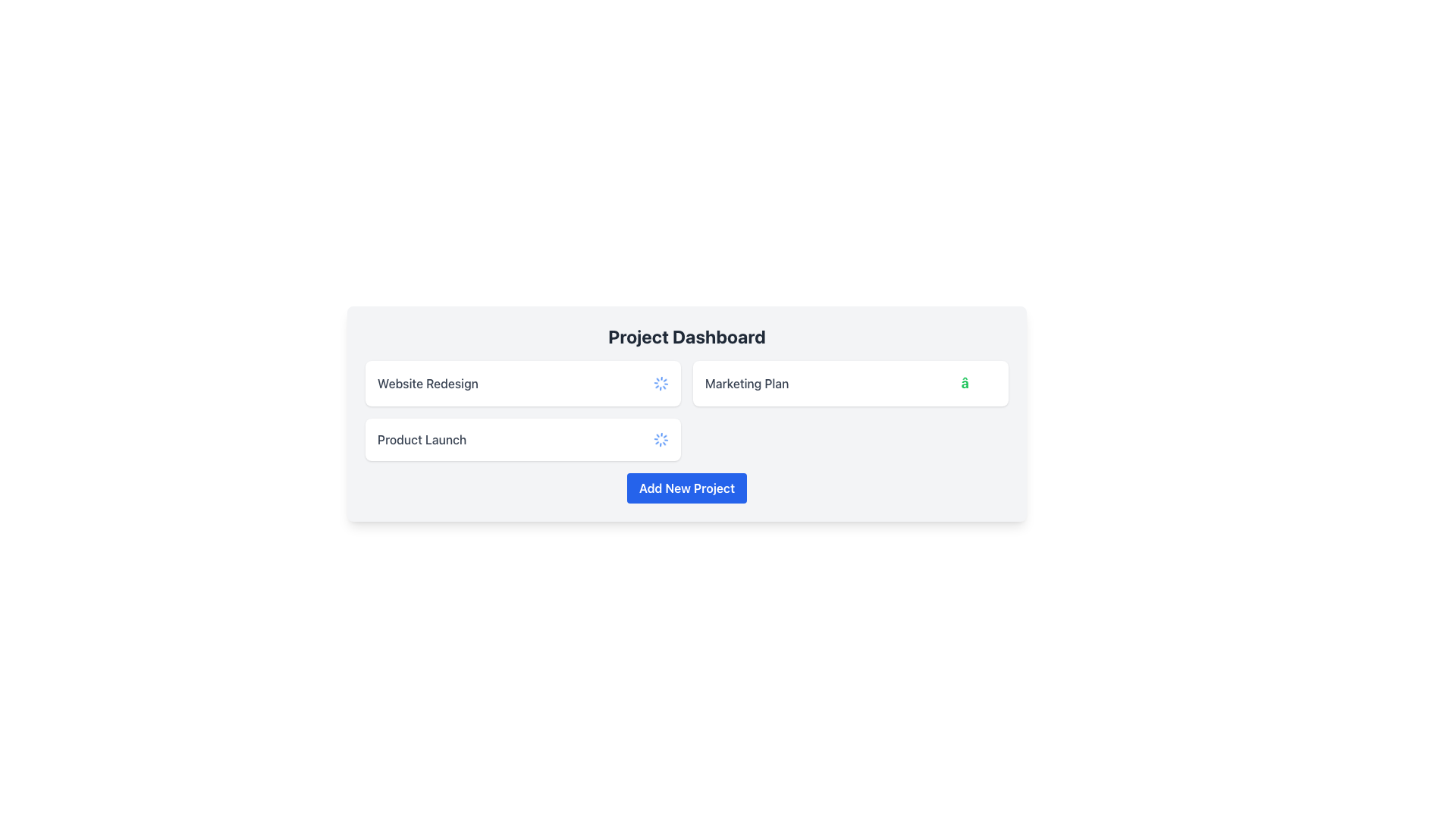 The image size is (1456, 819). Describe the element at coordinates (661, 382) in the screenshot. I see `the animation of the Spinner located to the right of the 'Product Launch' text within the 'Website Redesign' title box` at that location.